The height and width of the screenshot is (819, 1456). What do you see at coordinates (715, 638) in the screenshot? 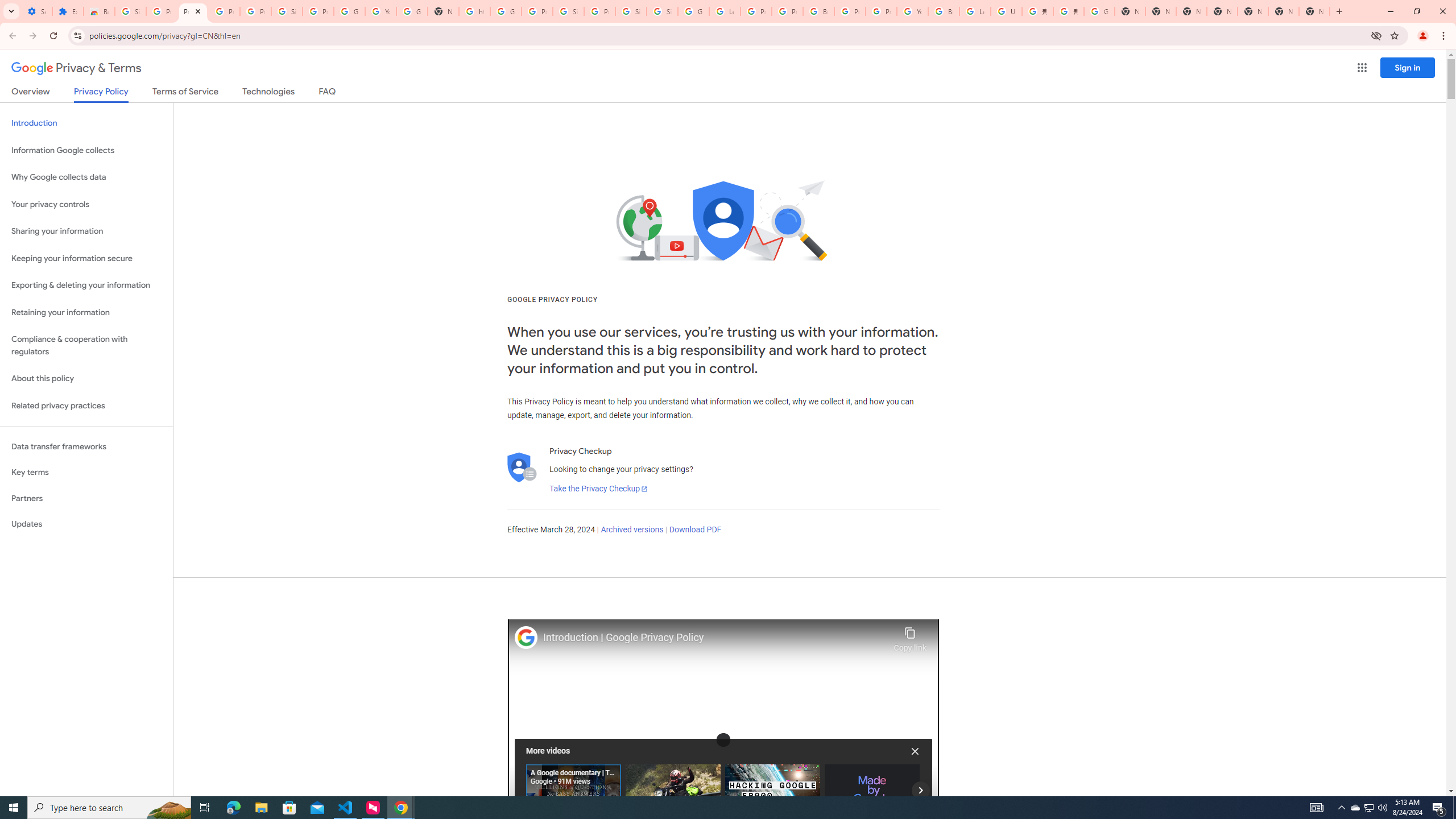
I see `'Introduction | Google Privacy Policy'` at bounding box center [715, 638].